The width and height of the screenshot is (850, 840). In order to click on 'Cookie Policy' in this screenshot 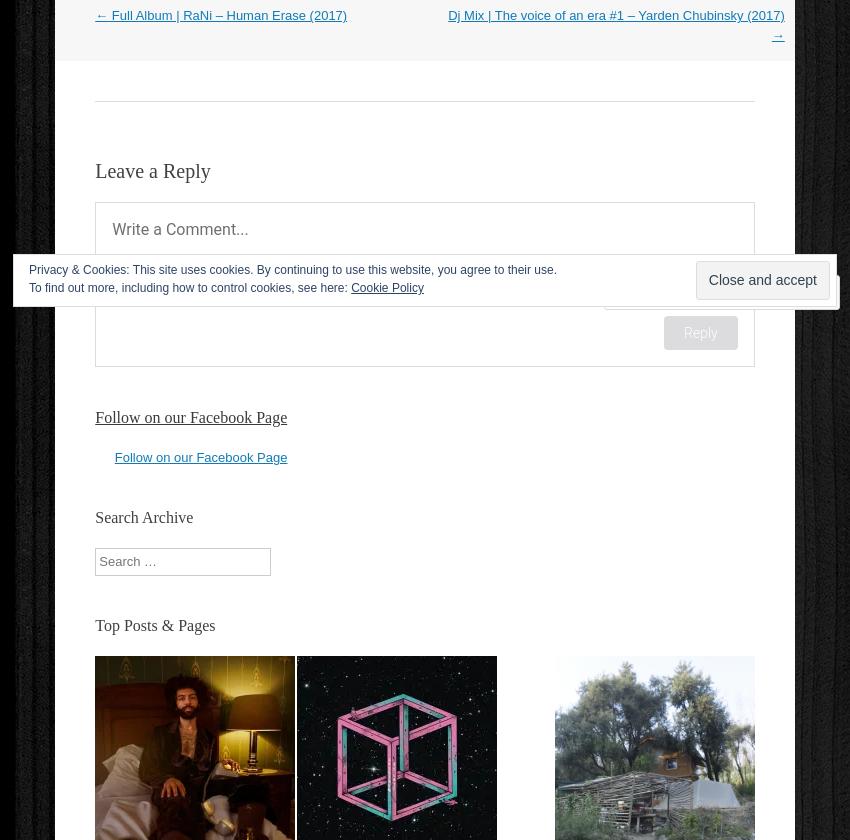, I will do `click(349, 288)`.